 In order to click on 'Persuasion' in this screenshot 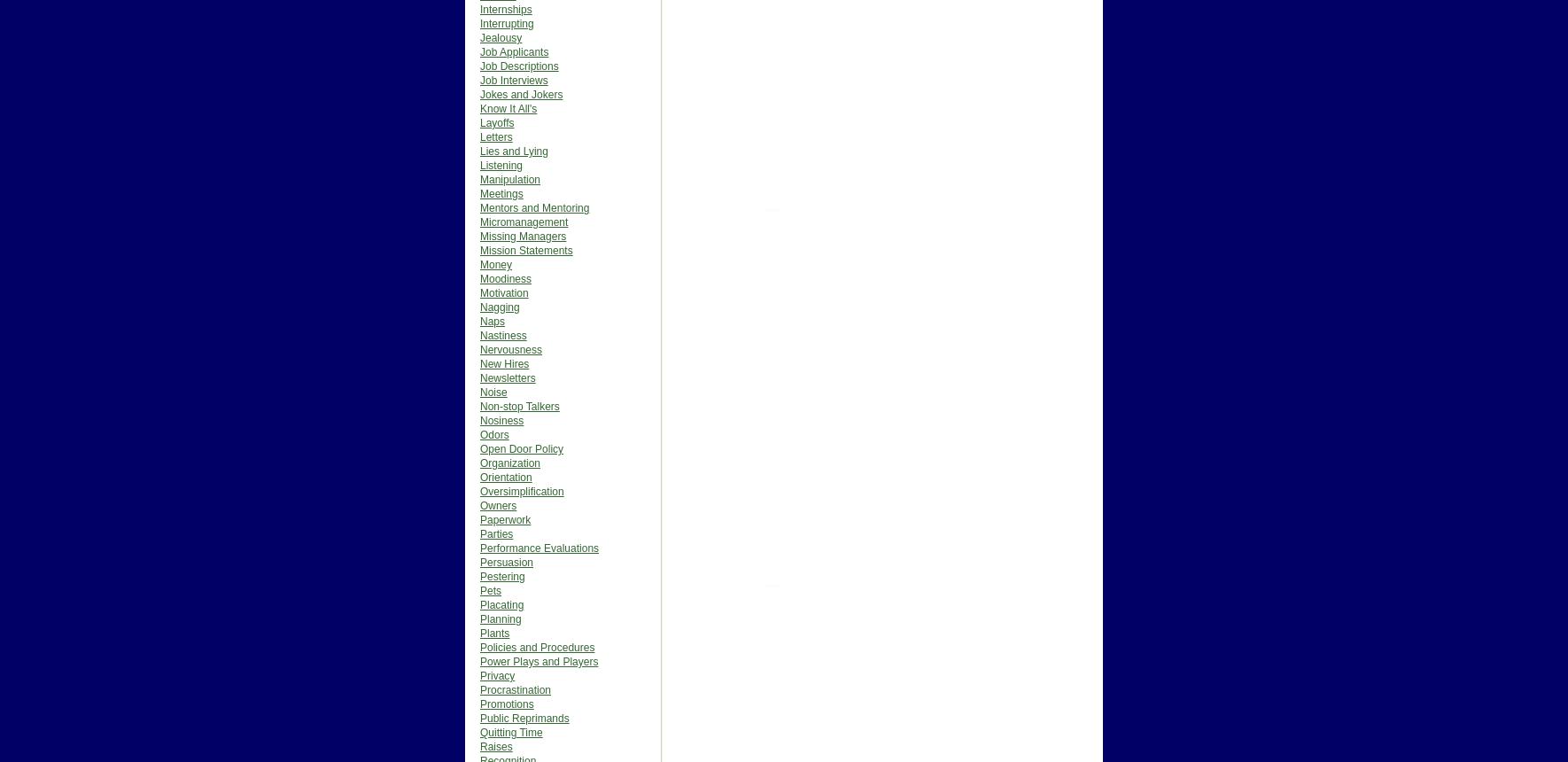, I will do `click(479, 562)`.